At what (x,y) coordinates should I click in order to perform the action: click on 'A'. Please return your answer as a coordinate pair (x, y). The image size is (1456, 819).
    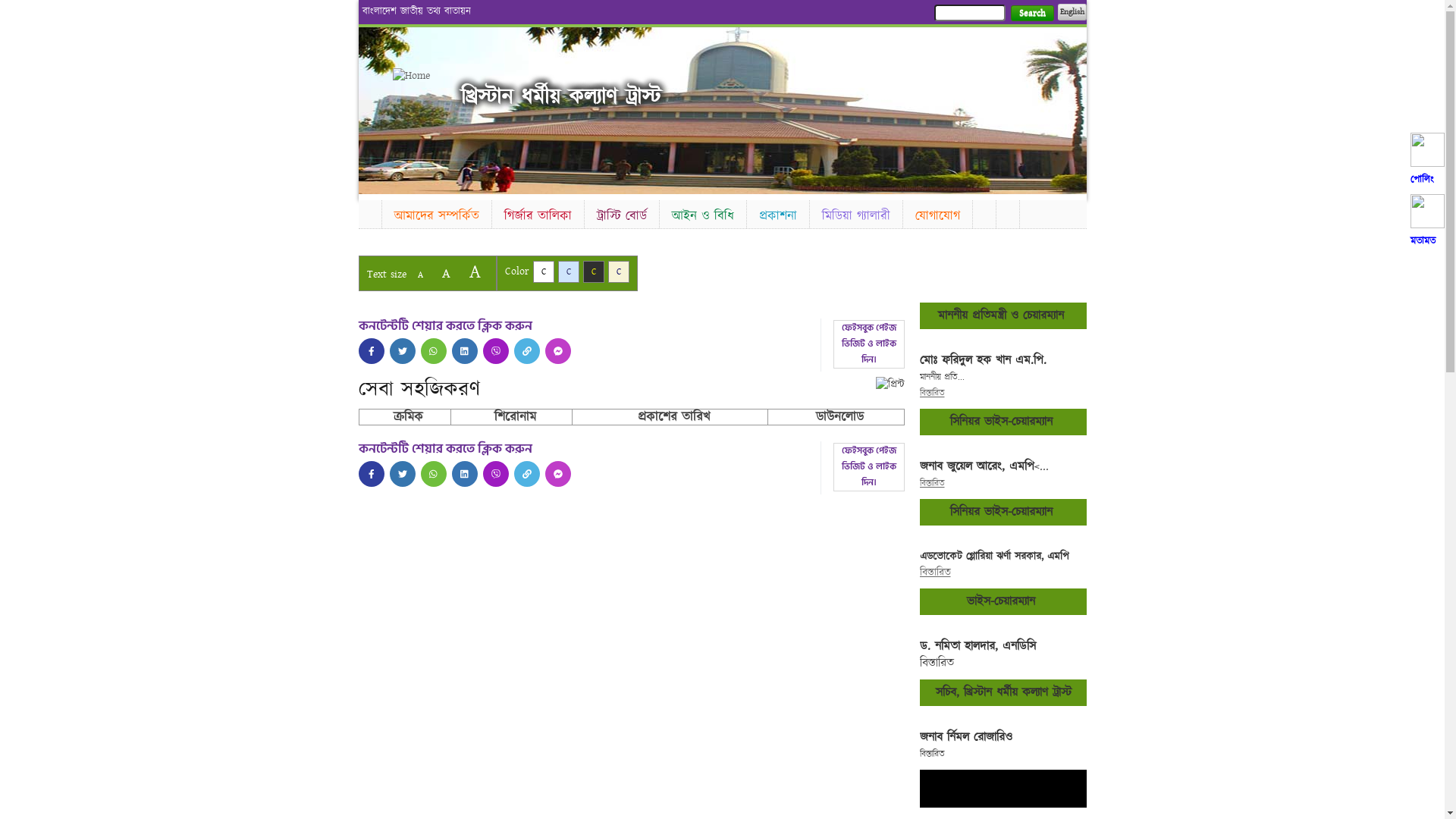
    Looking at the image, I should click on (419, 275).